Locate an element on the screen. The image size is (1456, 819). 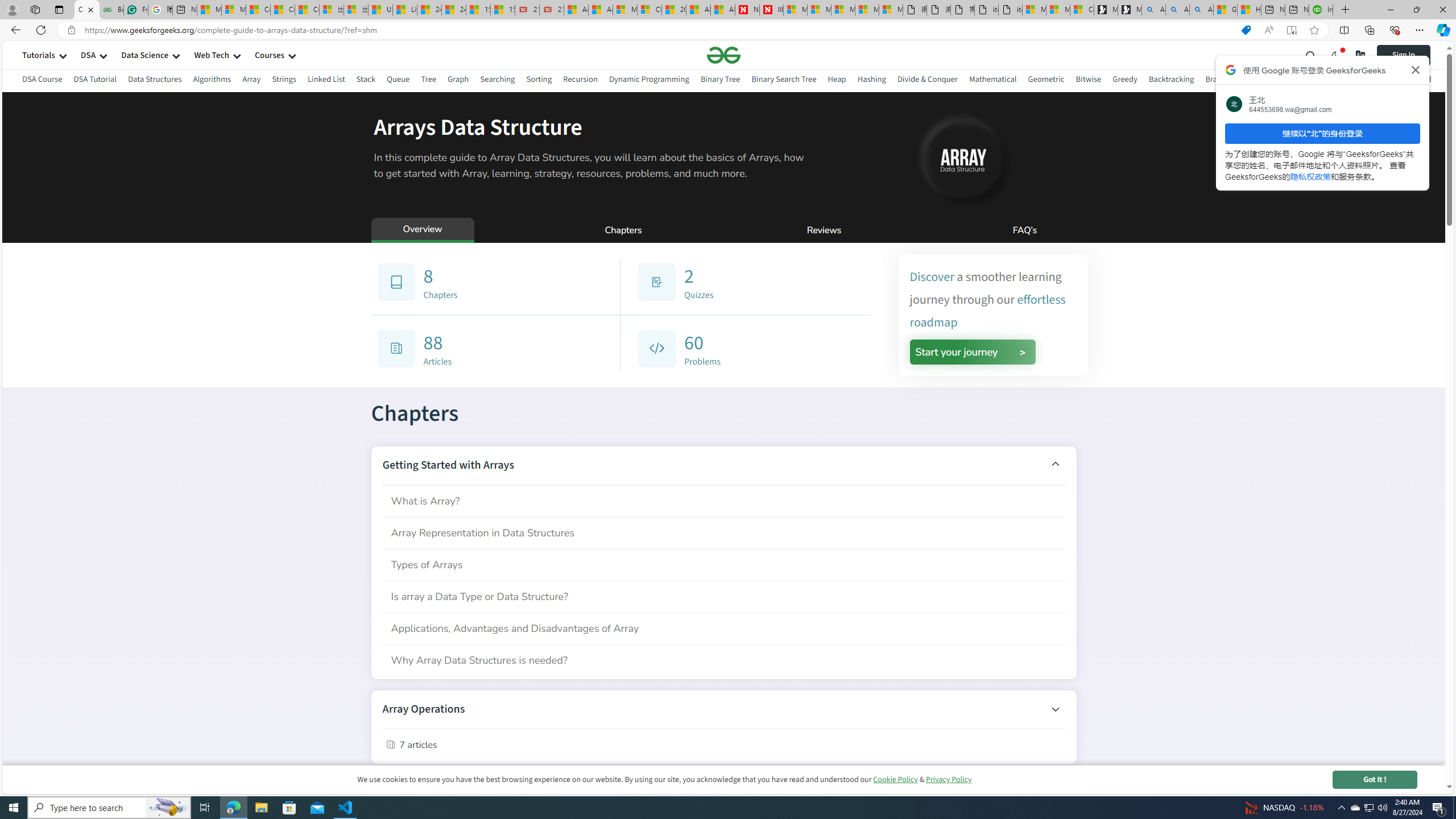
'Alabama high school quarterback dies - Search' is located at coordinates (1153, 9).